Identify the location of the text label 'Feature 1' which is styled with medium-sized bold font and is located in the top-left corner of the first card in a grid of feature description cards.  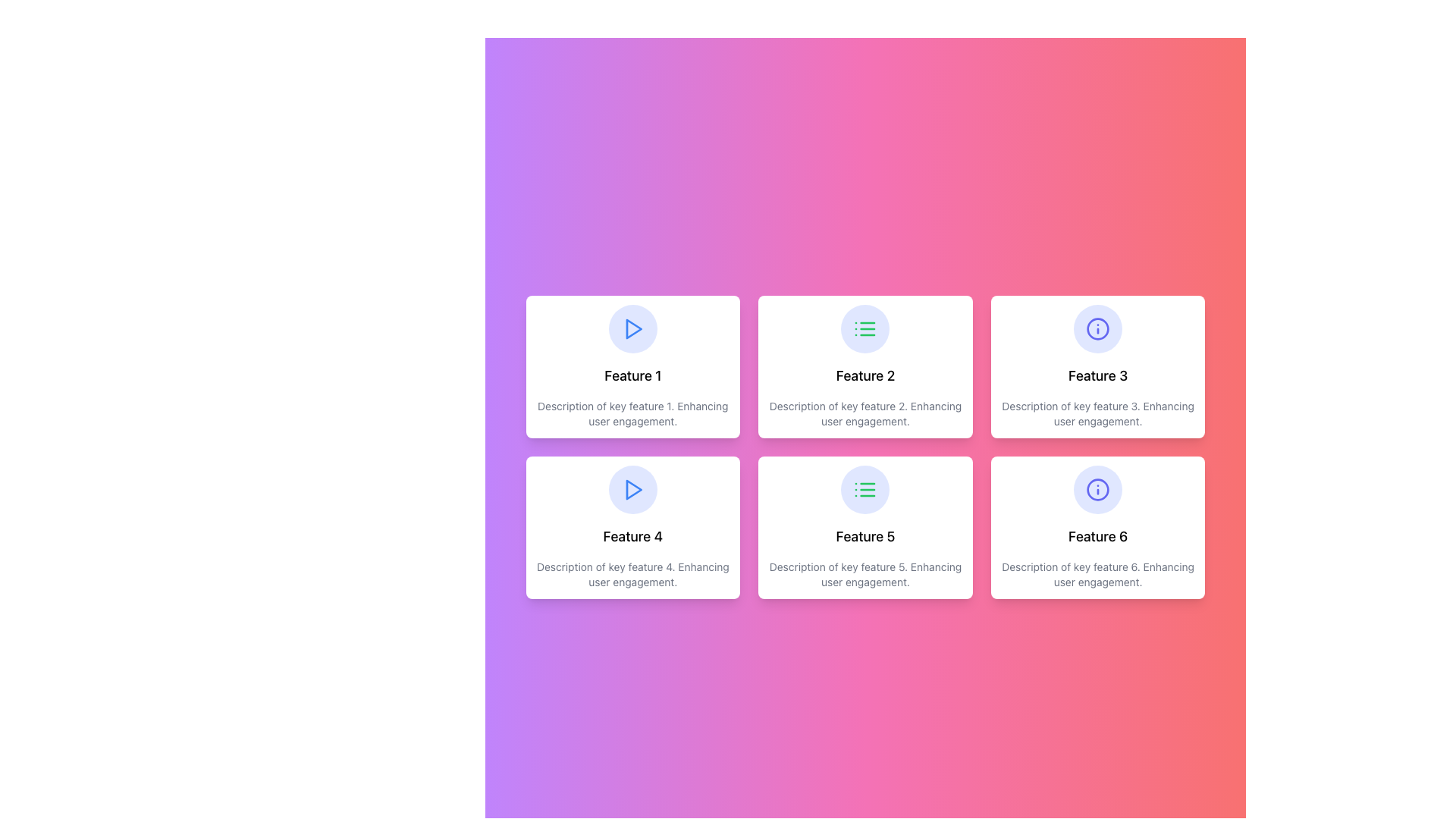
(632, 375).